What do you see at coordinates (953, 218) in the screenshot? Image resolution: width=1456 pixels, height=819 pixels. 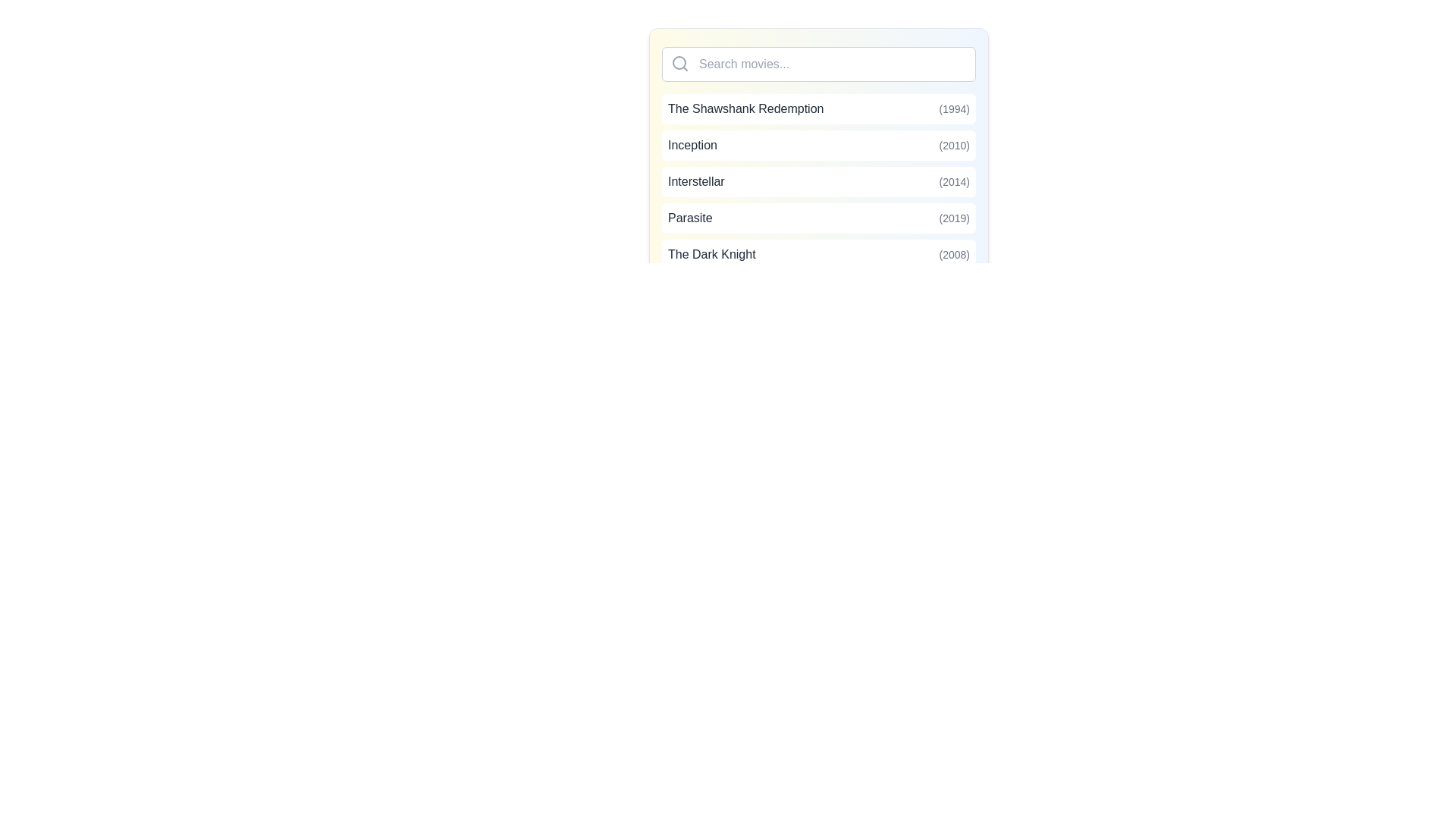 I see `the text label that shows the release year of the movie 'Parasite', which is located to the right of the 'Parasite' text in its row` at bounding box center [953, 218].